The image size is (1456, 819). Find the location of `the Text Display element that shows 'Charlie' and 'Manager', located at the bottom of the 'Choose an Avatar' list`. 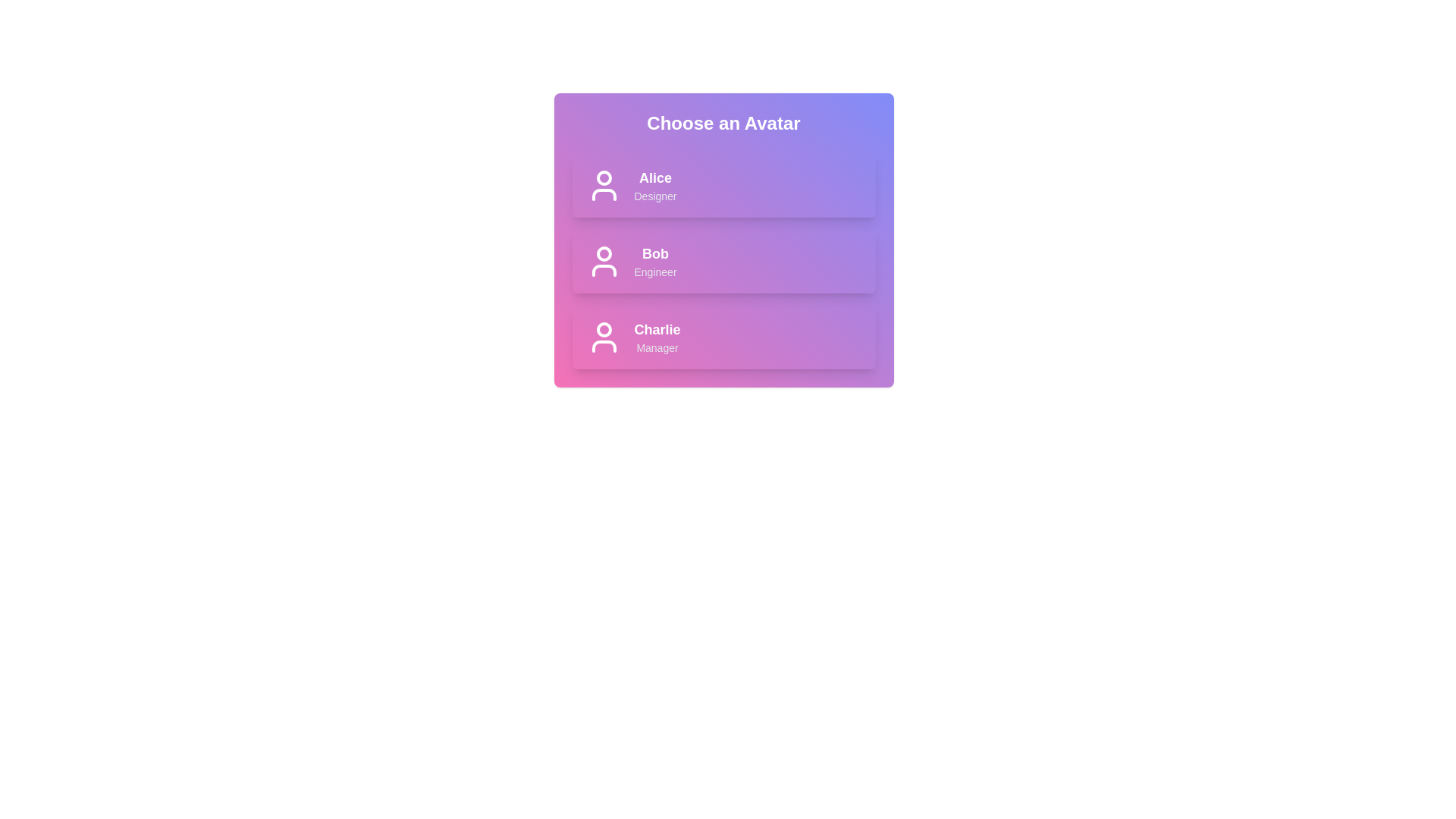

the Text Display element that shows 'Charlie' and 'Manager', located at the bottom of the 'Choose an Avatar' list is located at coordinates (657, 336).